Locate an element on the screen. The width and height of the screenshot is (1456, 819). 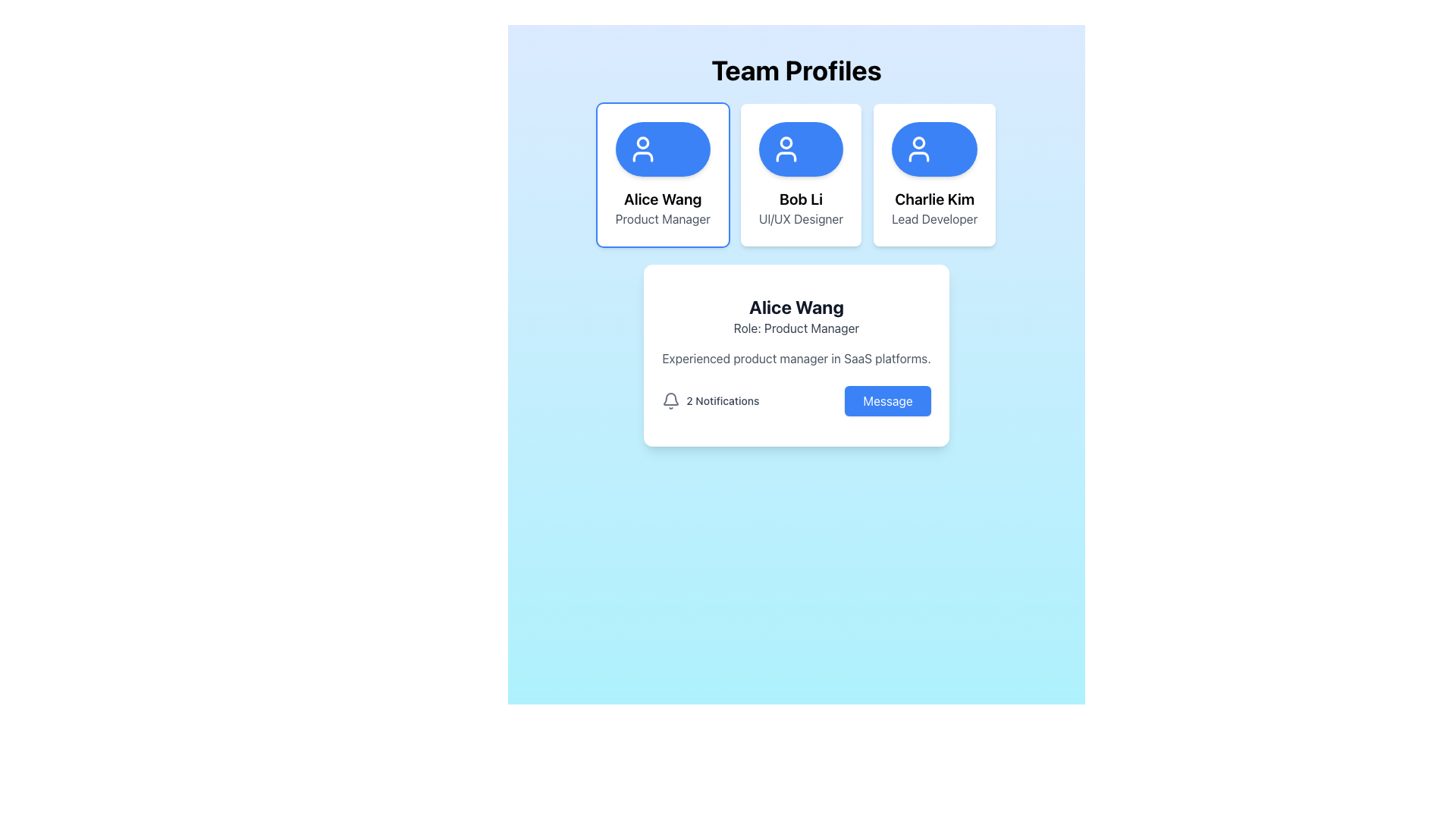
information displayed in the static text label showing '2 Notifications', located in the bottom left section of the white card, just to the right of the bell icon is located at coordinates (722, 400).